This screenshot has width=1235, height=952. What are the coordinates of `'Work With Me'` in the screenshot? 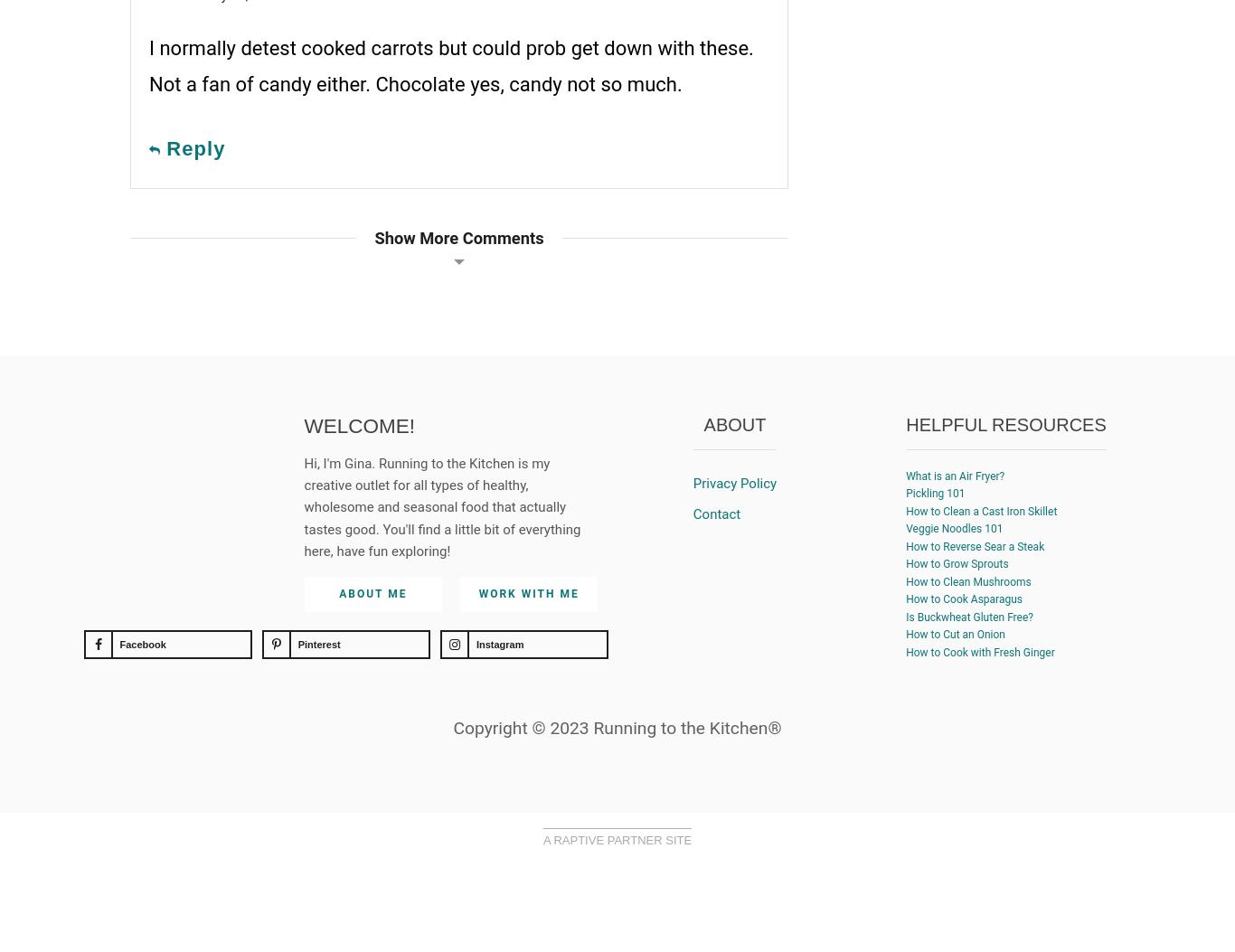 It's located at (527, 592).